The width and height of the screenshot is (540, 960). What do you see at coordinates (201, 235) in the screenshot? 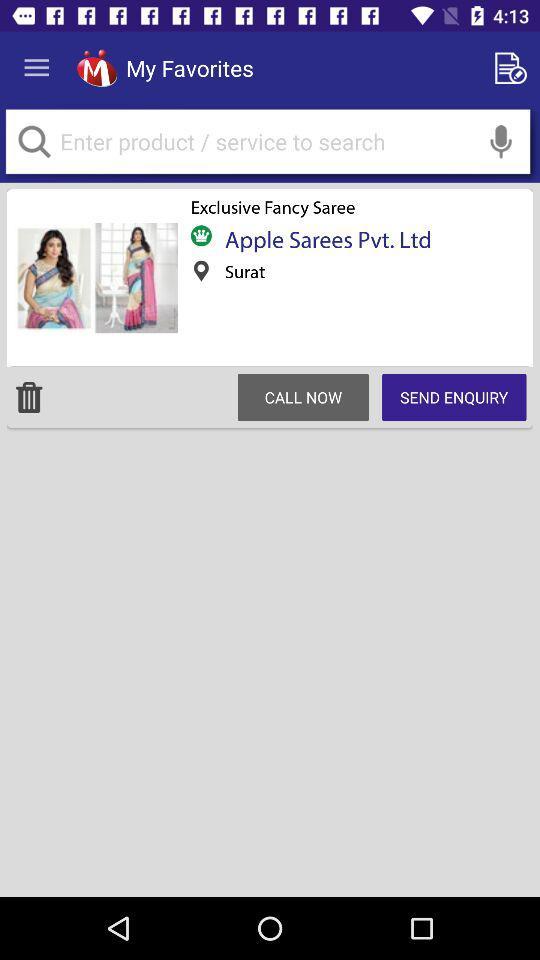
I see `the logo above the location icon` at bounding box center [201, 235].